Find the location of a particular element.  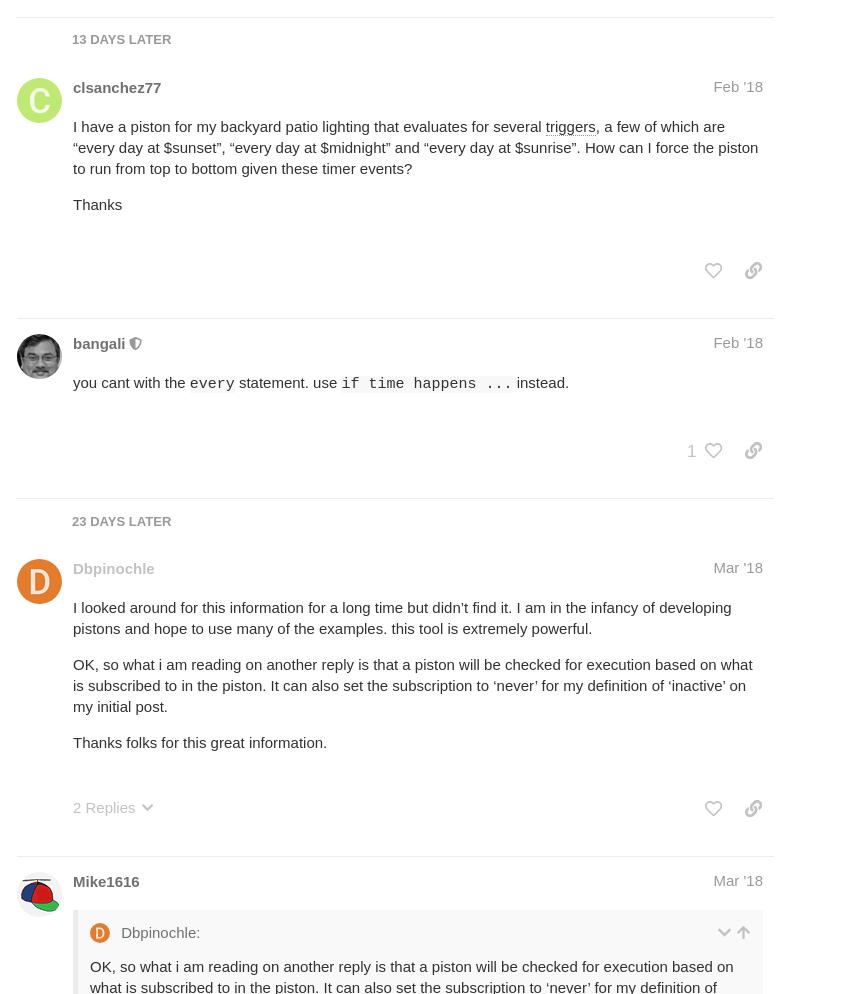

'conditions' is located at coordinates (669, 433).